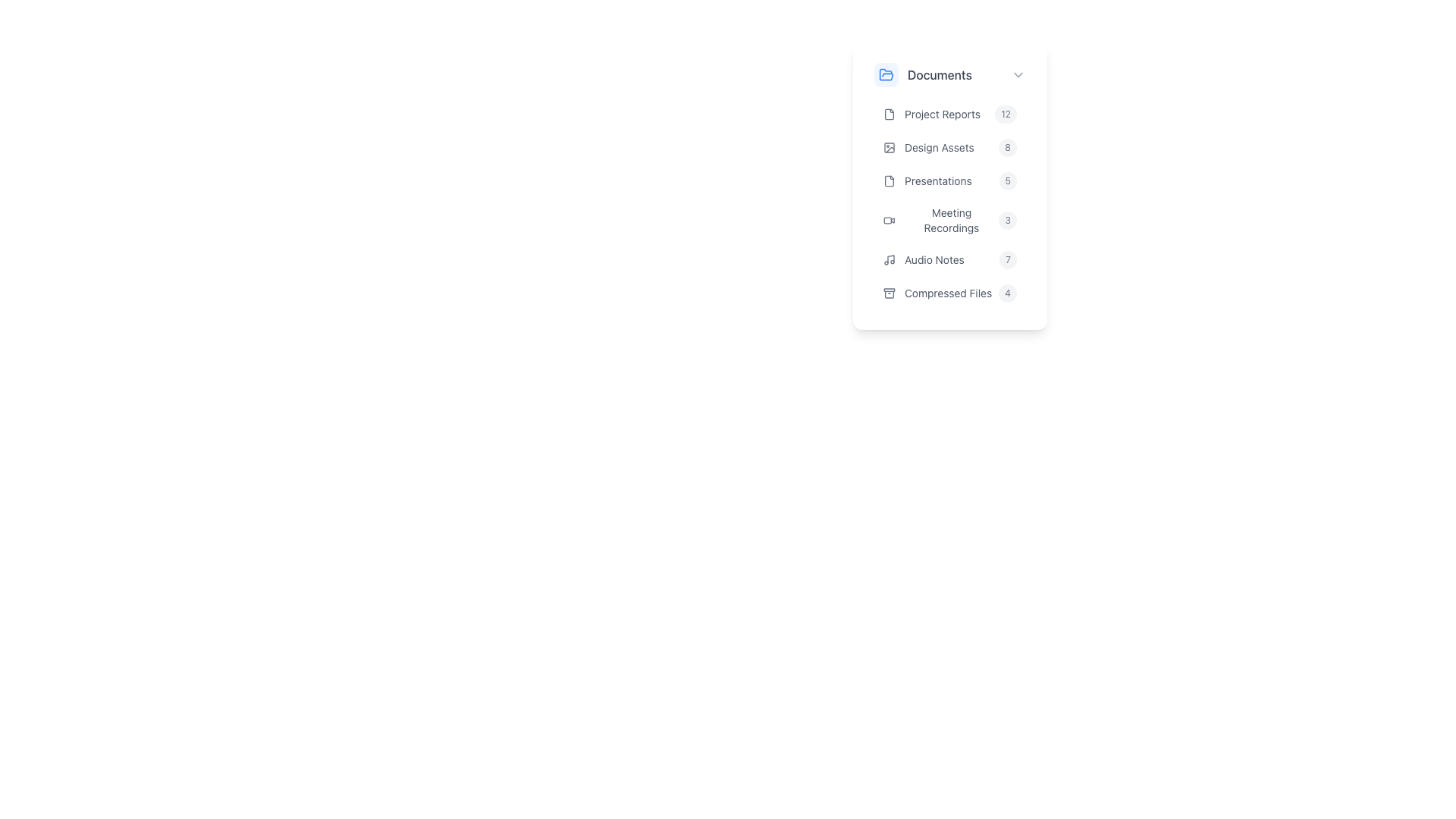 This screenshot has height=819, width=1456. Describe the element at coordinates (1018, 75) in the screenshot. I see `the rightward-pointing chevron icon next to the 'Documents' label` at that location.